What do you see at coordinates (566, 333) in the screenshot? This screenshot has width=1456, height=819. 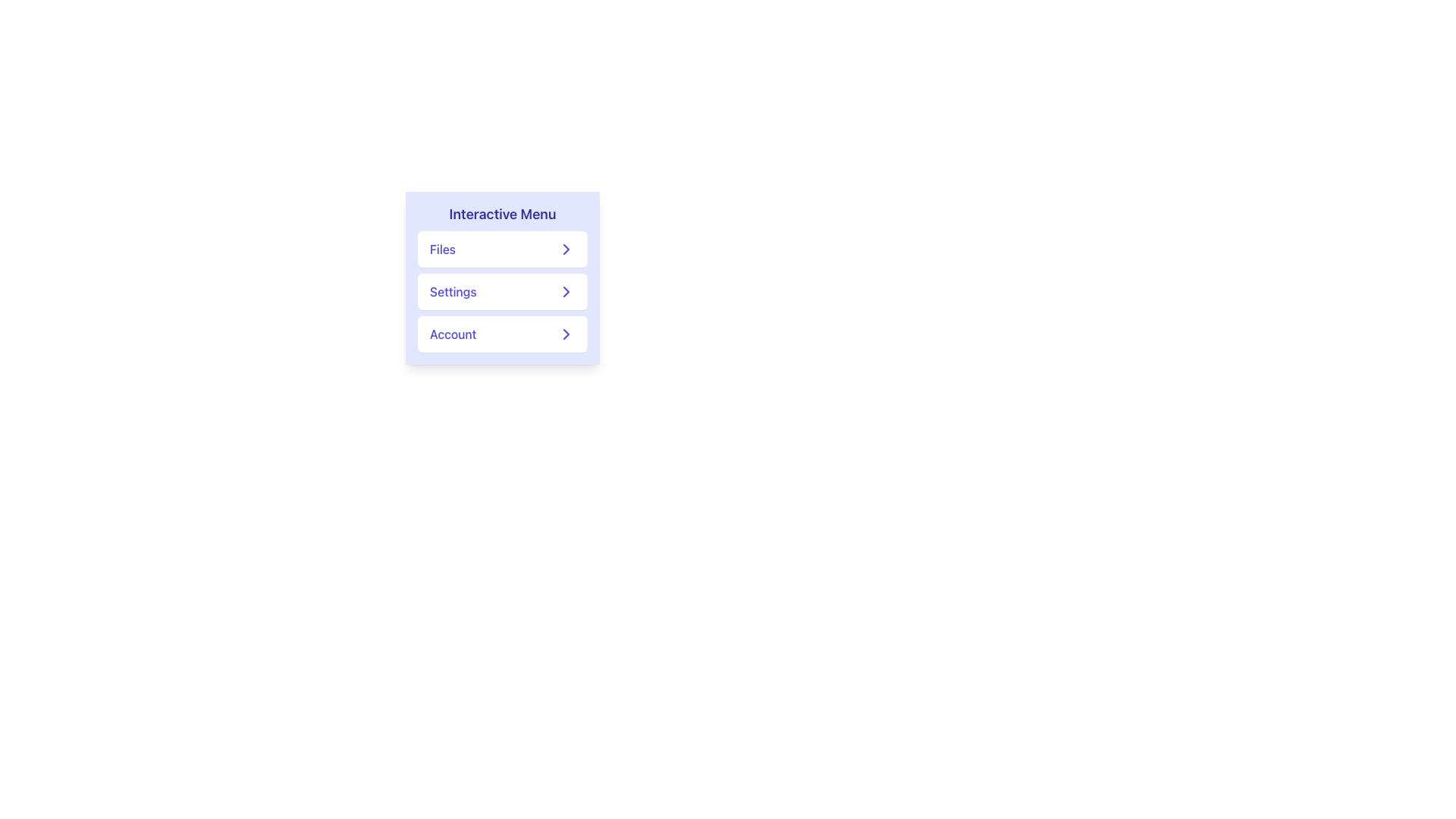 I see `the right-pointing chevron icon located on the far-right side of the 'Account' button` at bounding box center [566, 333].